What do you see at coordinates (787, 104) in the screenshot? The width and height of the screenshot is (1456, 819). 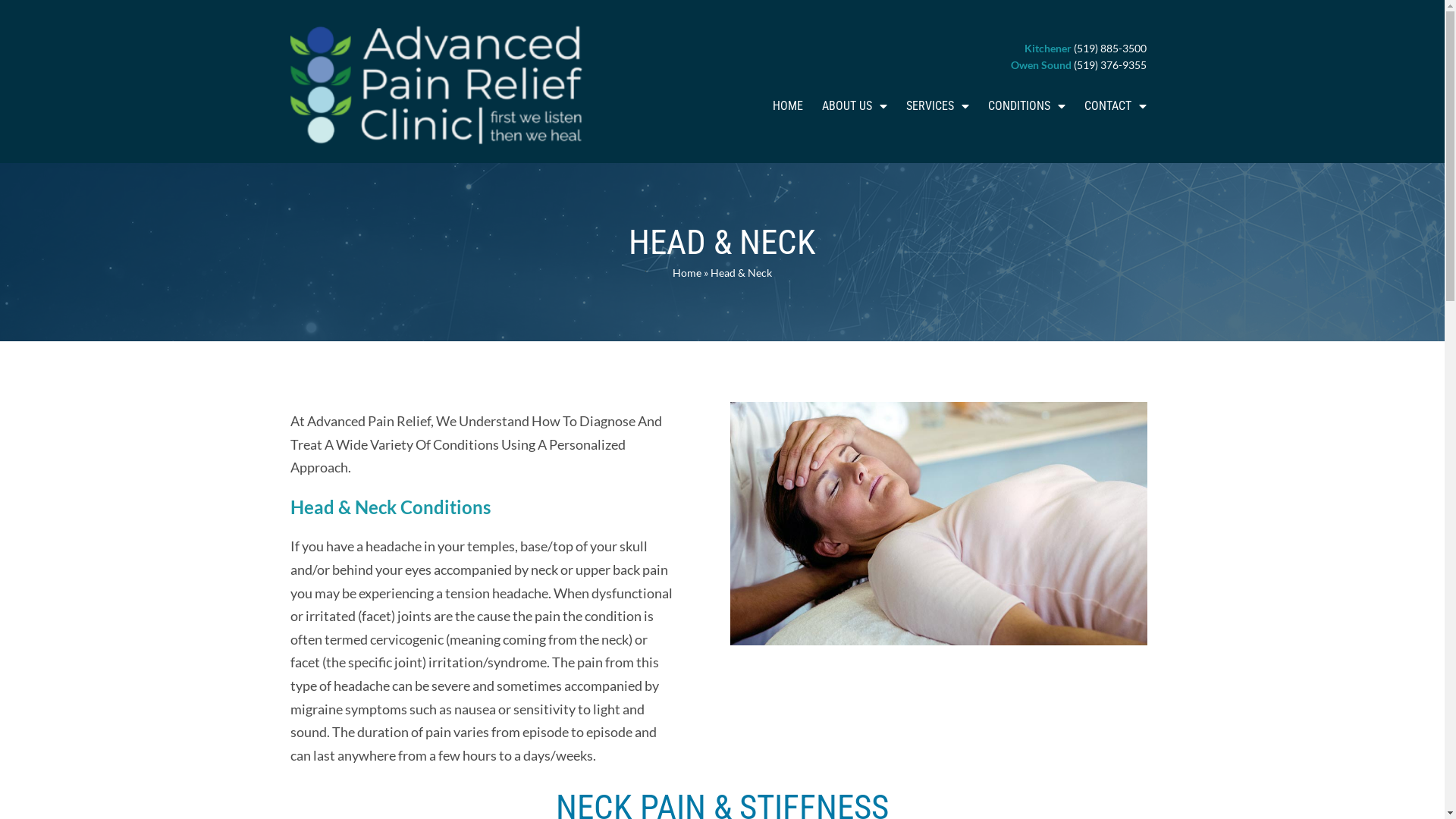 I see `'HOME'` at bounding box center [787, 104].